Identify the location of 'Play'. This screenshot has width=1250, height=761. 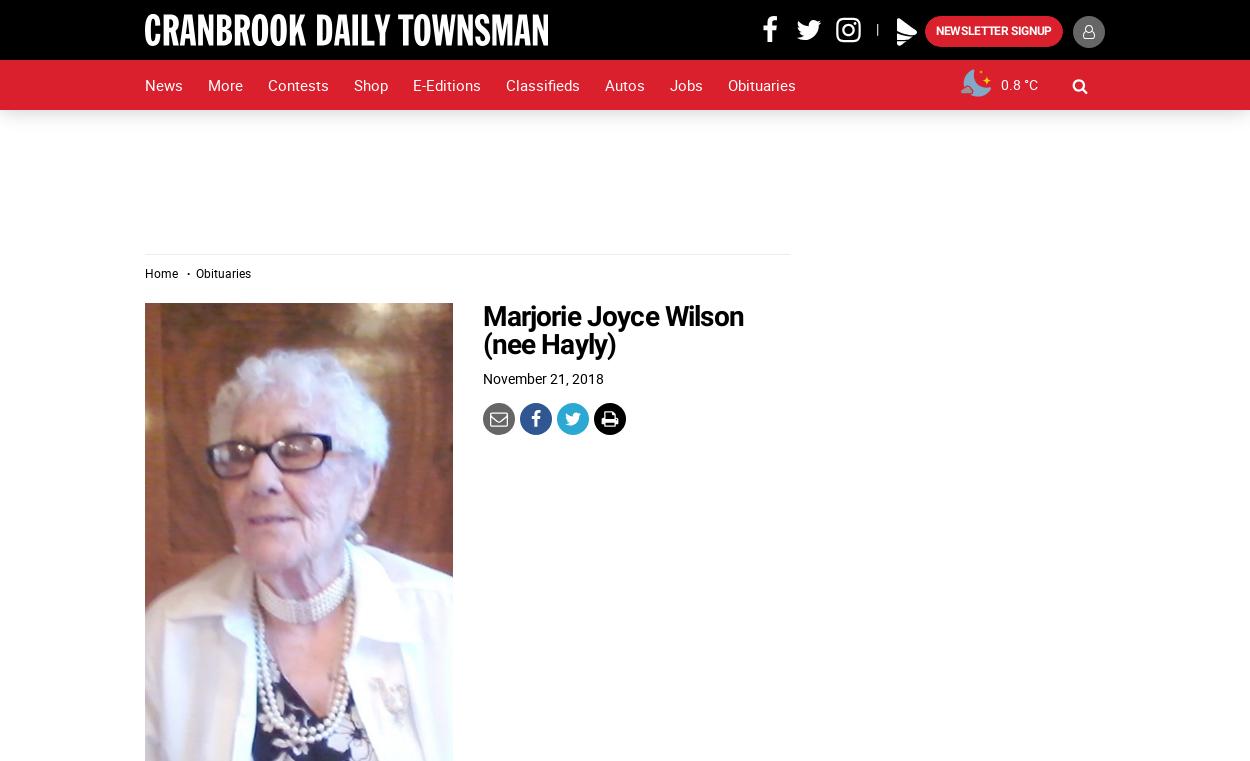
(903, 15).